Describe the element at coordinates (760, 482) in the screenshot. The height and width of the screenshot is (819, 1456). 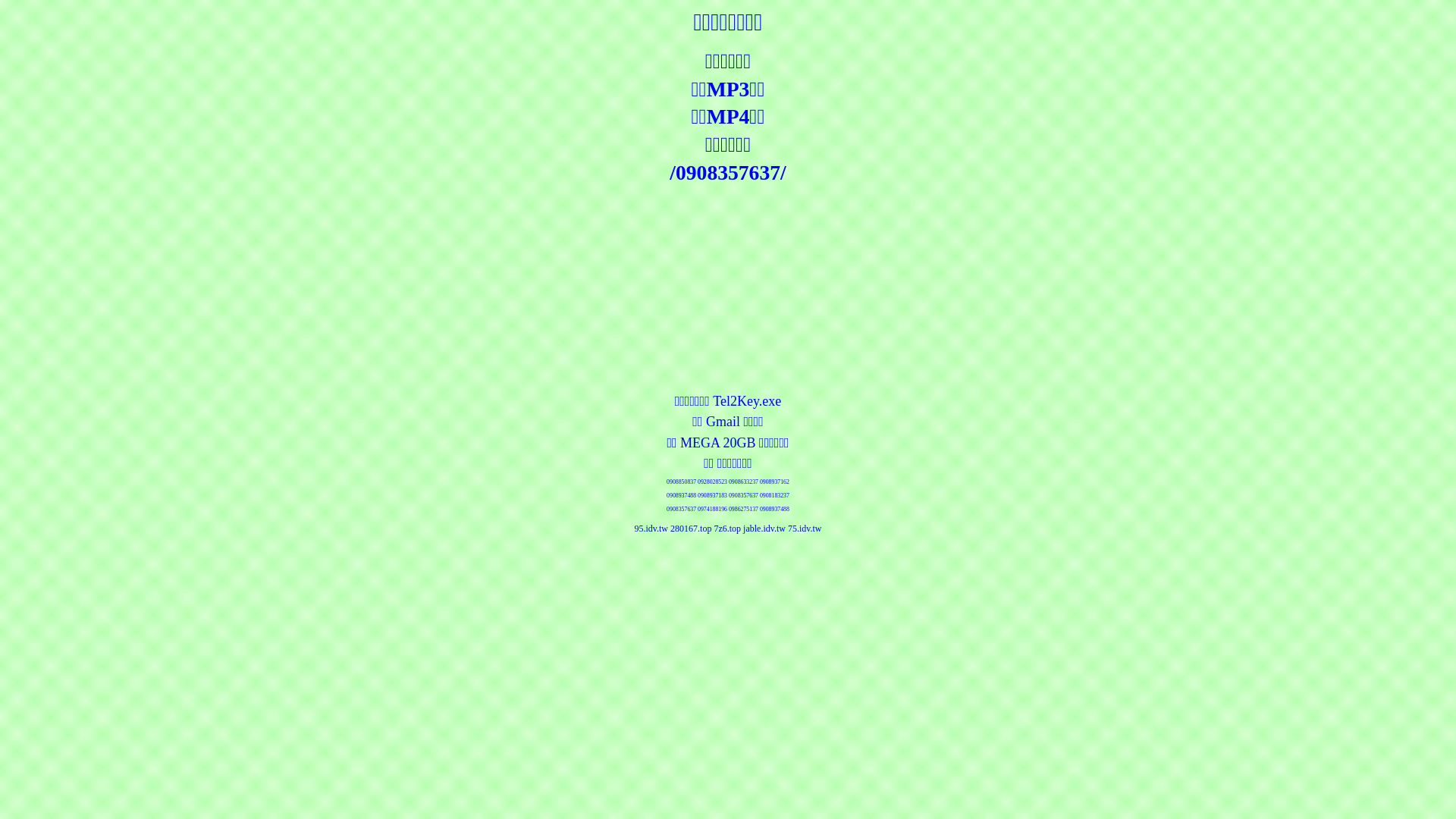
I see `'0908937162'` at that location.